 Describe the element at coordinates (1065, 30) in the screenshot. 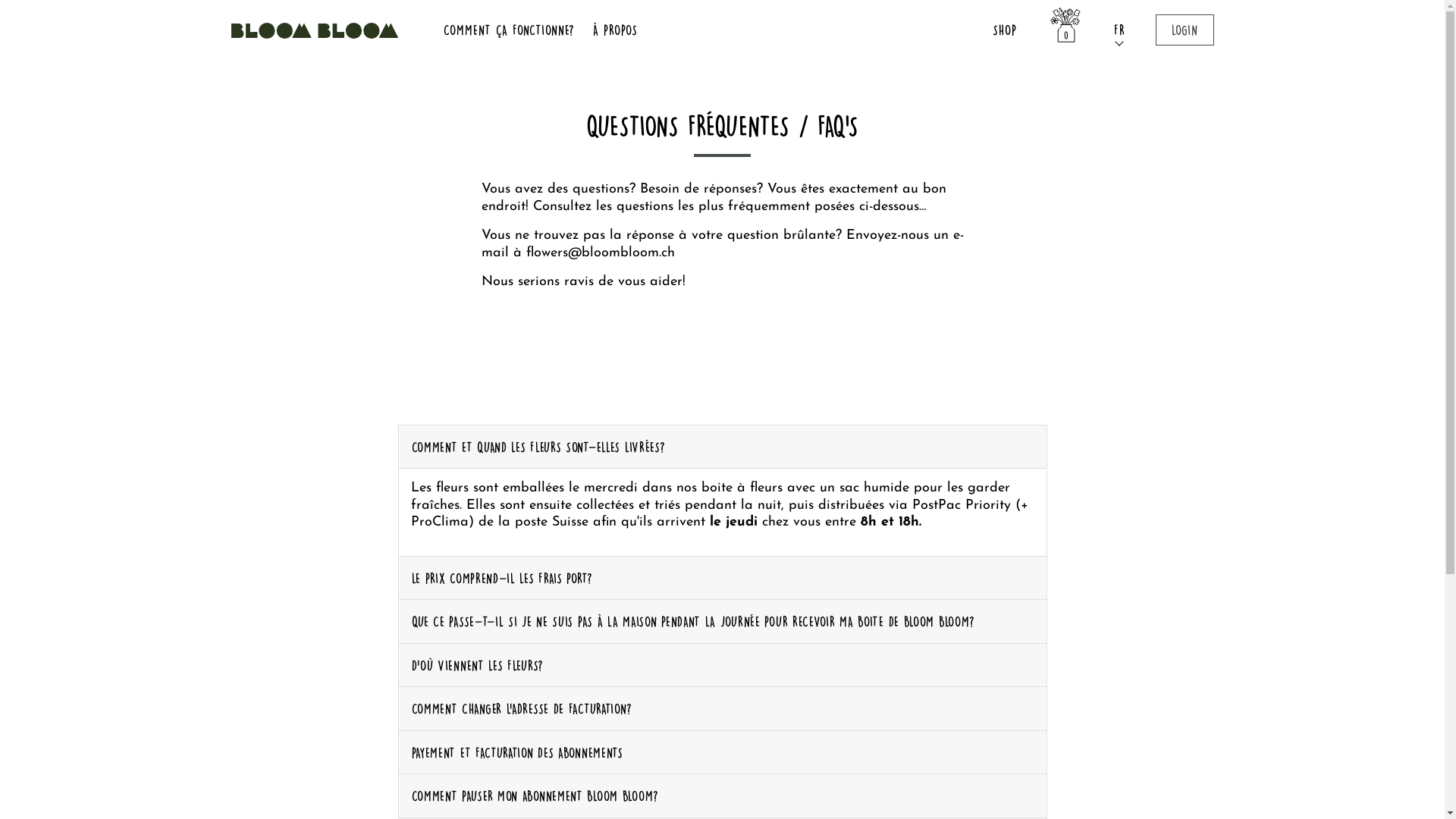

I see `'0'` at that location.